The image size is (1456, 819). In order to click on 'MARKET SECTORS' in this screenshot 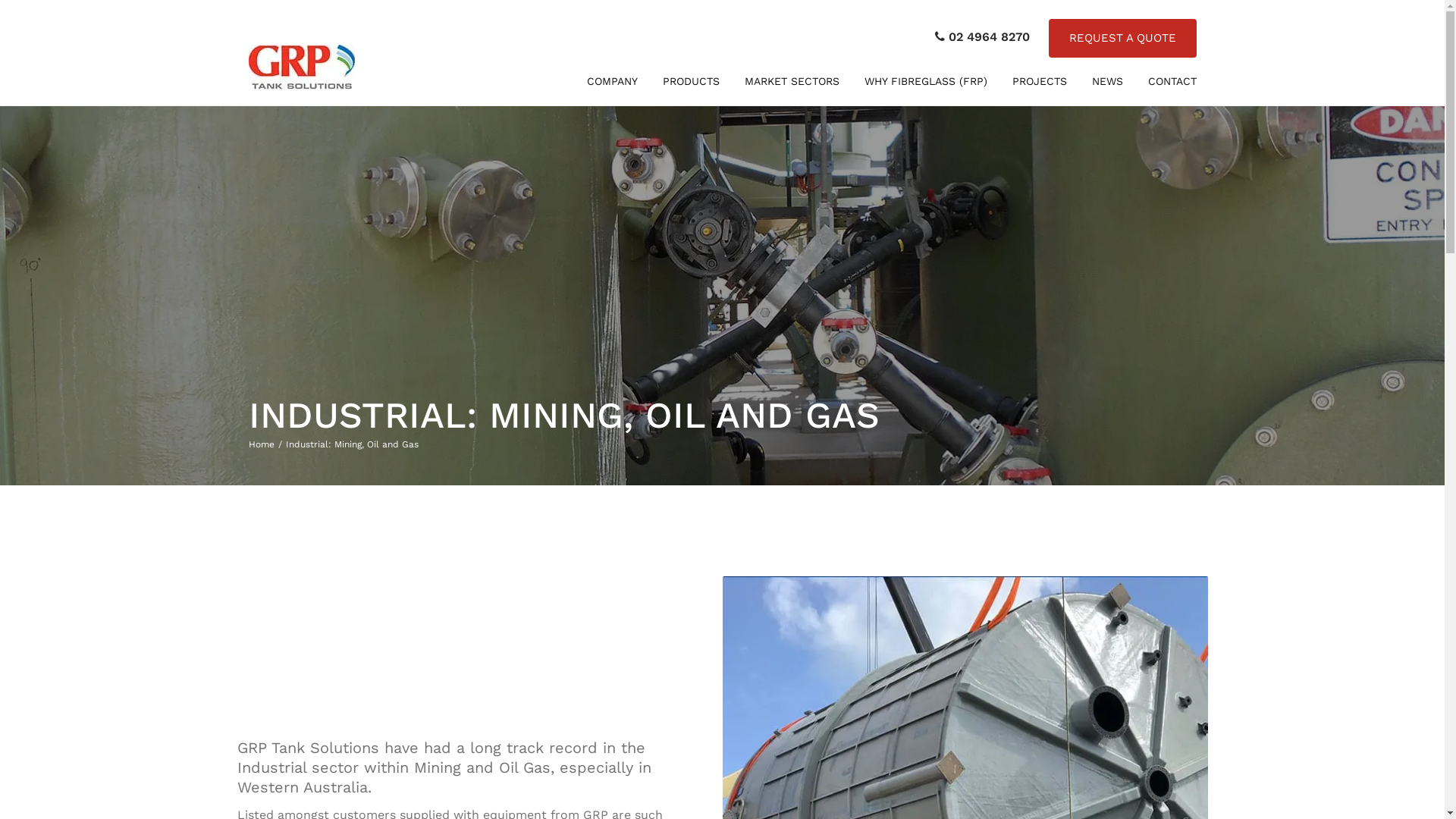, I will do `click(791, 81)`.